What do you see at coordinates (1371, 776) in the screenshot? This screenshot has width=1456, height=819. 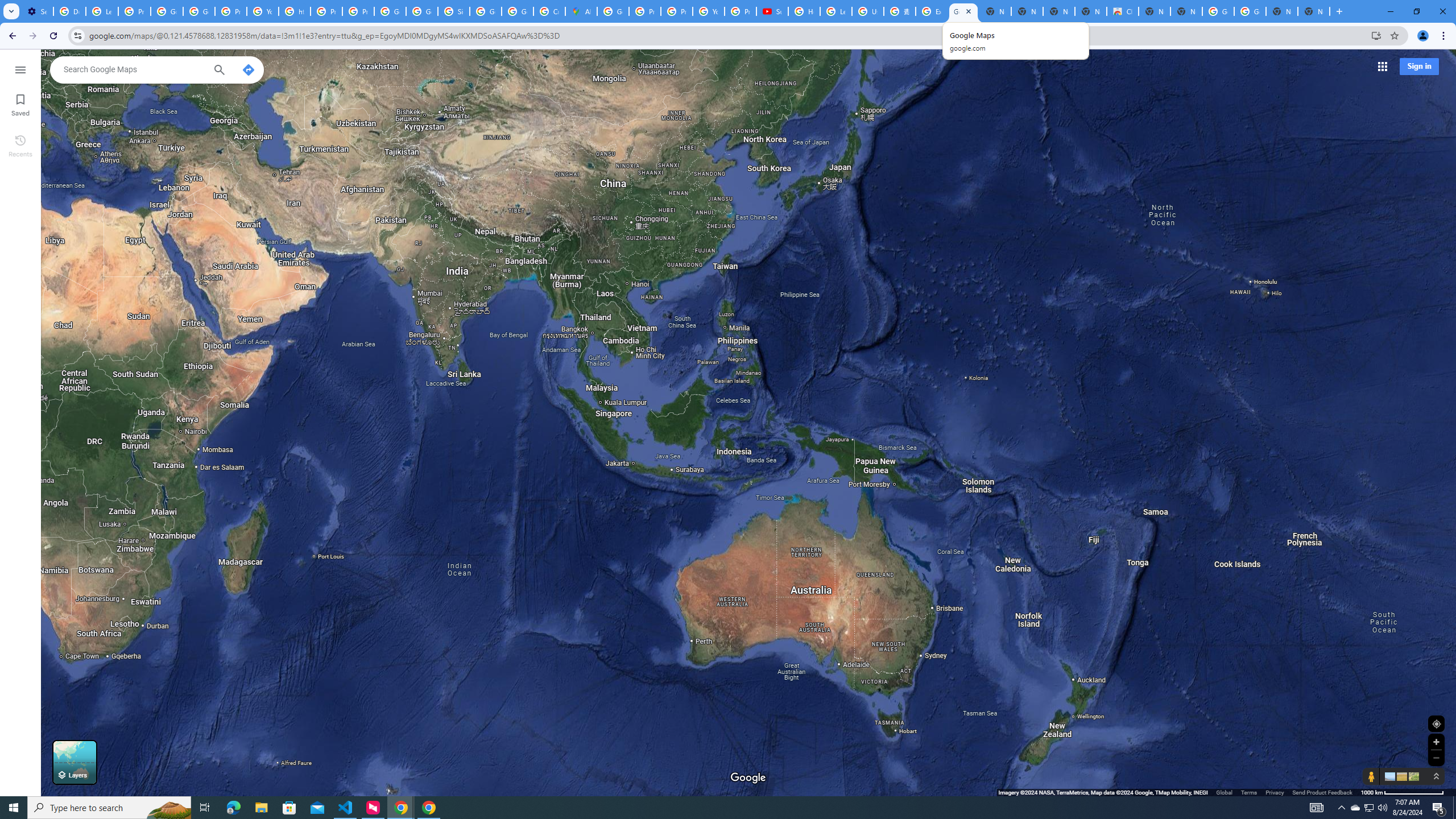 I see `'Show Street View coverage'` at bounding box center [1371, 776].